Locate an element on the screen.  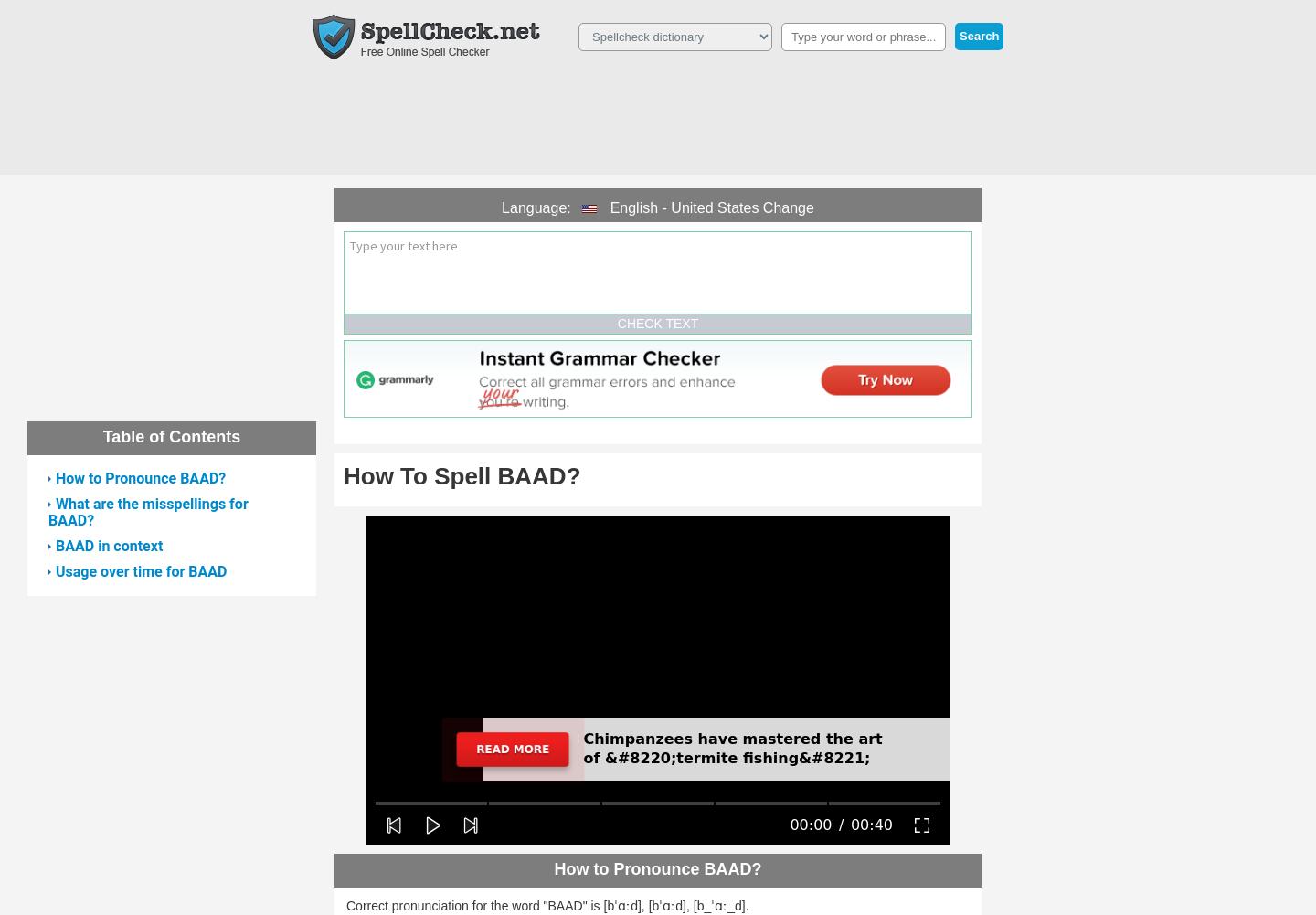
'Table of Contents' is located at coordinates (102, 436).